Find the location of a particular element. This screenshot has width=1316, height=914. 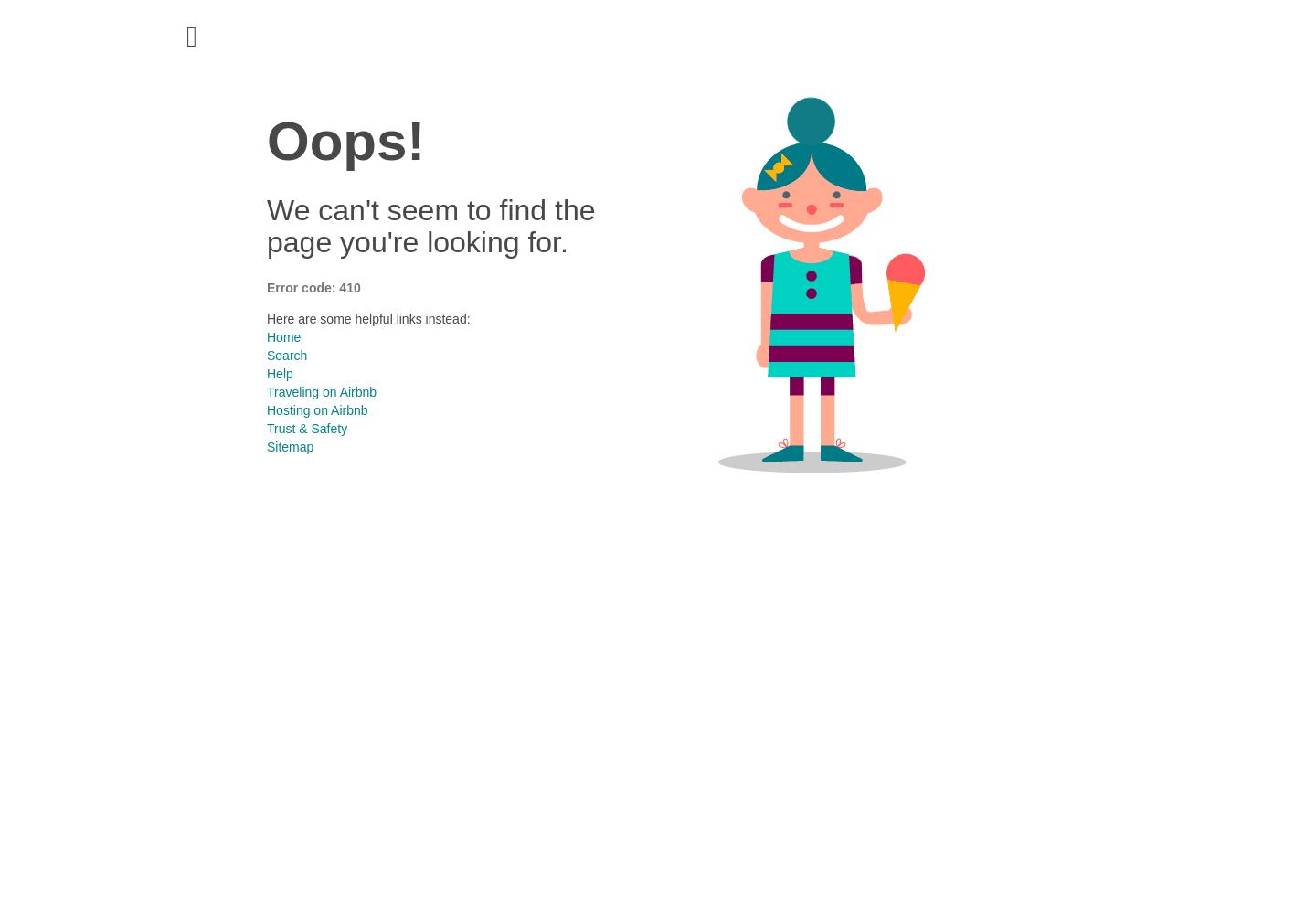

'Oops!' is located at coordinates (345, 141).